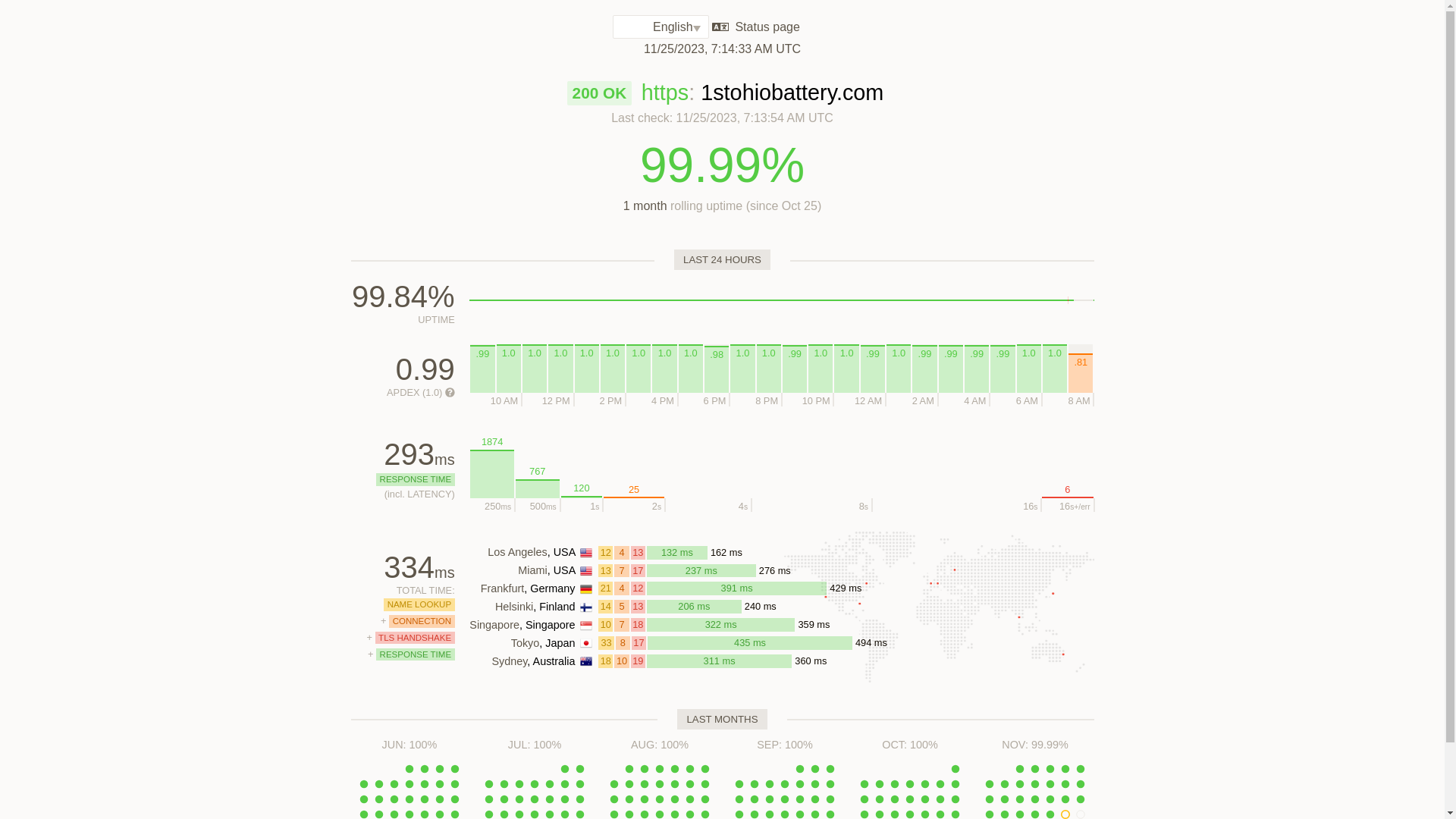 The height and width of the screenshot is (819, 1456). Describe the element at coordinates (704, 783) in the screenshot. I see `'<small>Aug 13:</small> No downtime'` at that location.